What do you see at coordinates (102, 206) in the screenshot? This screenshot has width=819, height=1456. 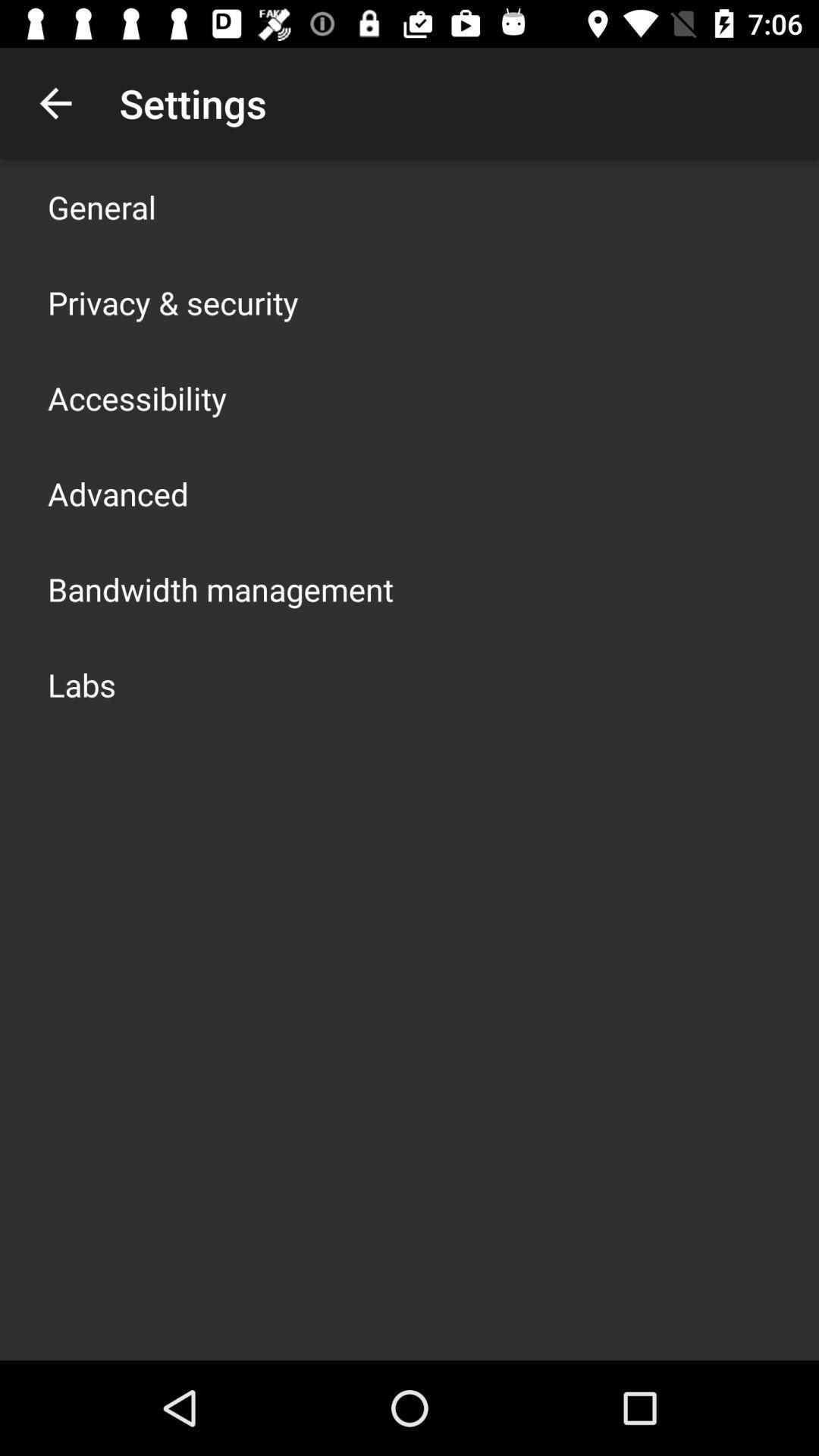 I see `app above the privacy & security item` at bounding box center [102, 206].